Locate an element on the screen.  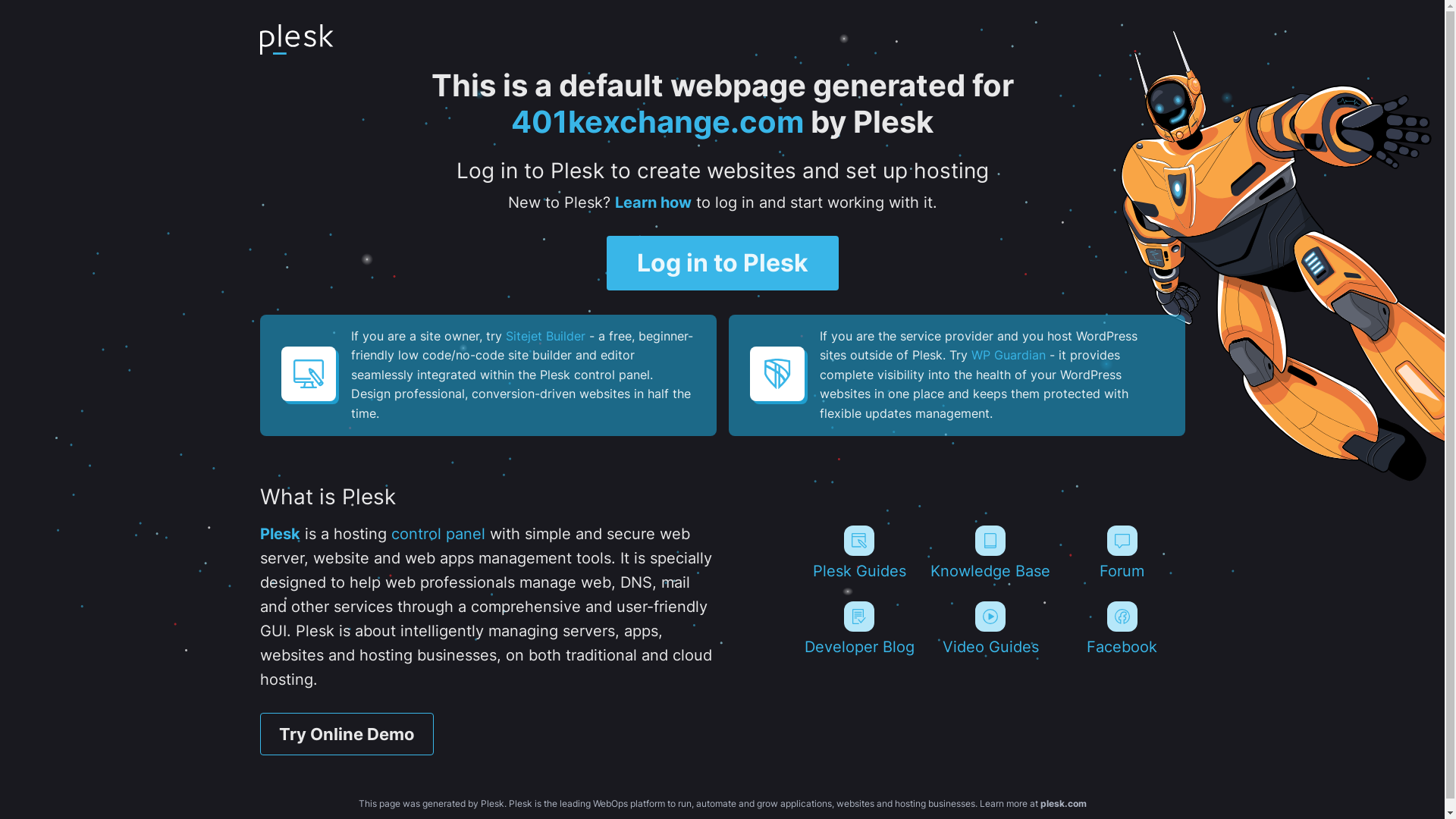
'WP Guardian' is located at coordinates (971, 354).